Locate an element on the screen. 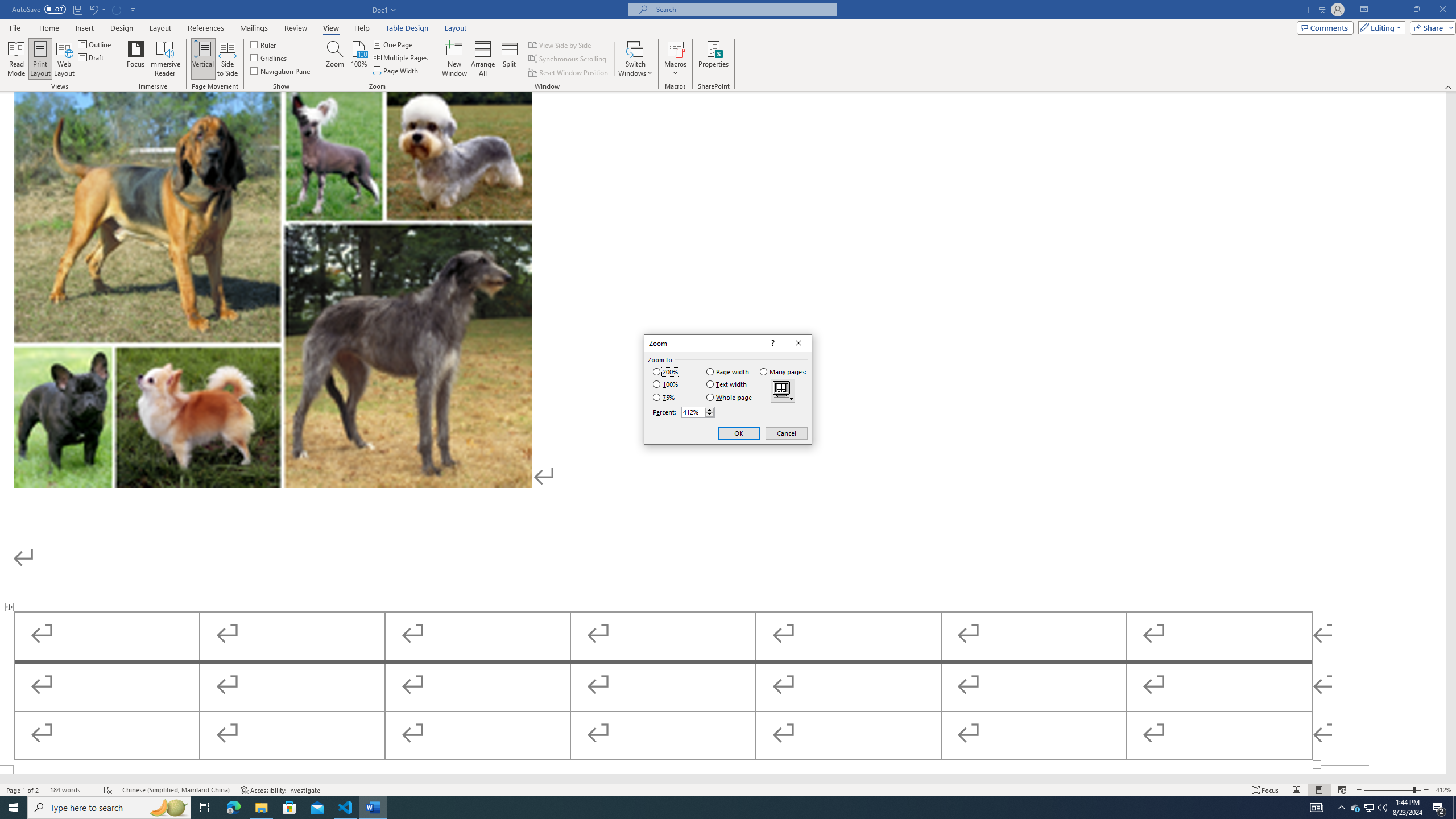 This screenshot has width=1456, height=819. '200%' is located at coordinates (665, 372).